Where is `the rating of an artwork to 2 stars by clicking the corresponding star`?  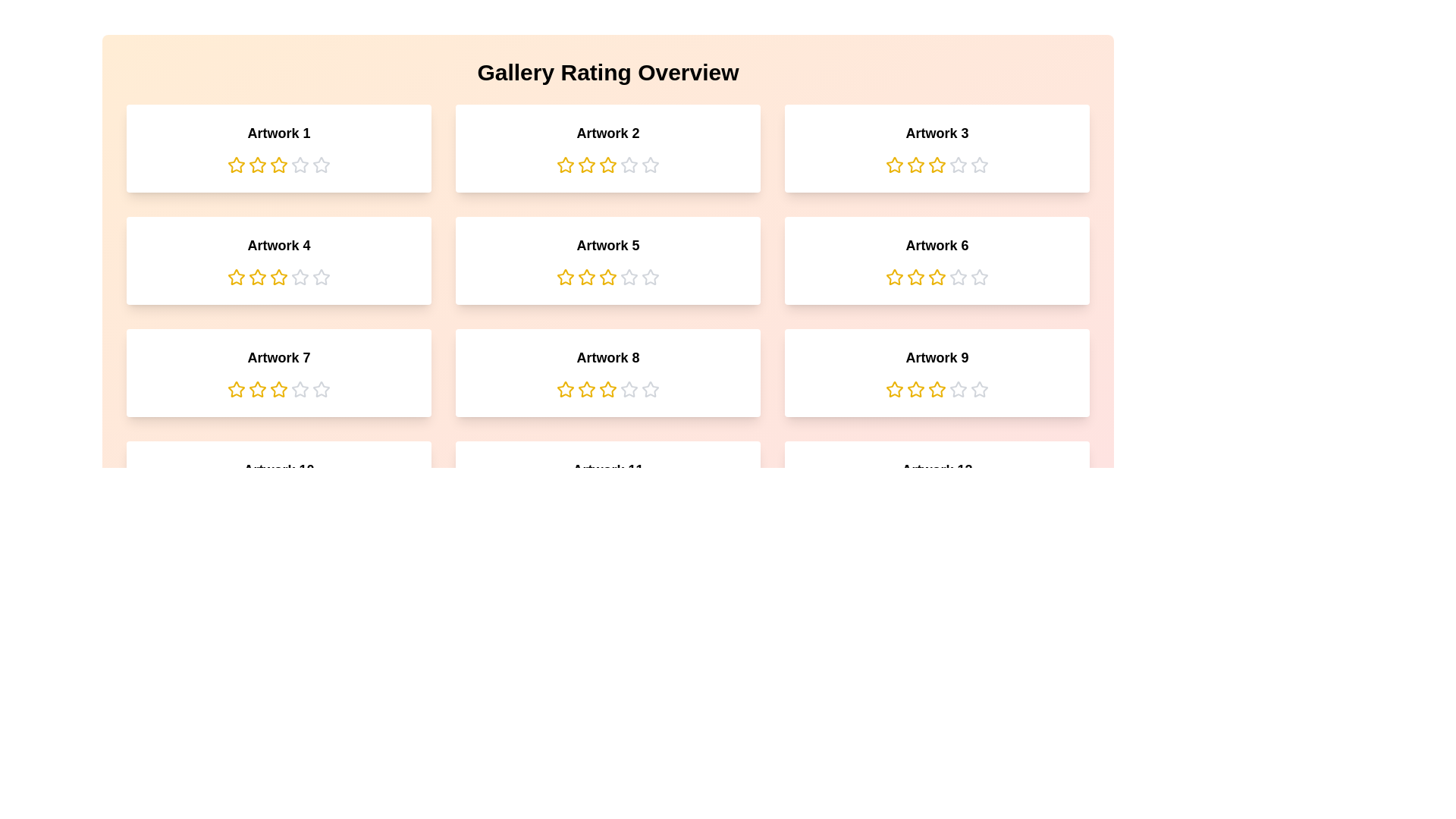
the rating of an artwork to 2 stars by clicking the corresponding star is located at coordinates (258, 165).